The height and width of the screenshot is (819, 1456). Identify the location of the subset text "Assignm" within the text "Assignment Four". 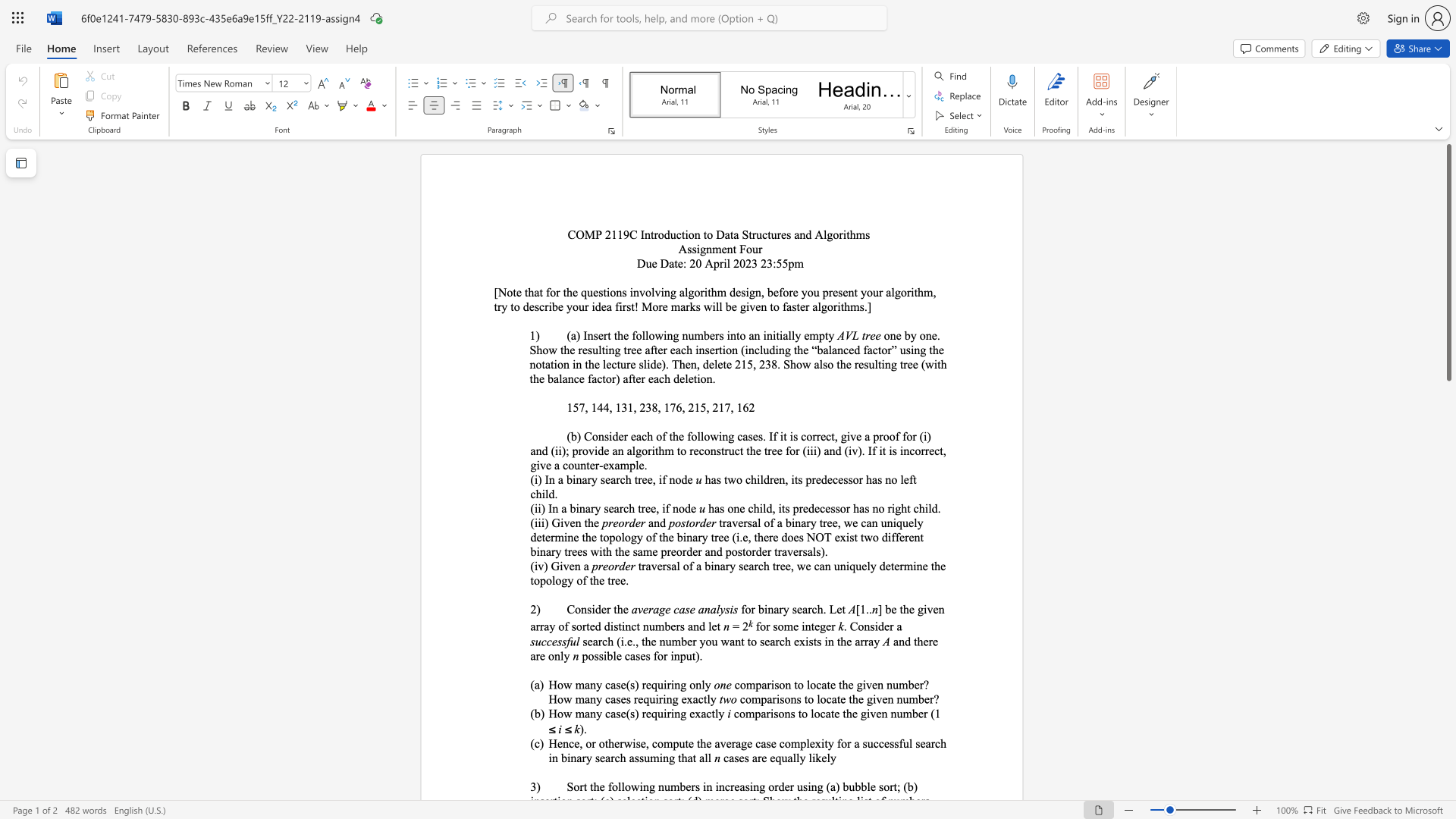
(677, 248).